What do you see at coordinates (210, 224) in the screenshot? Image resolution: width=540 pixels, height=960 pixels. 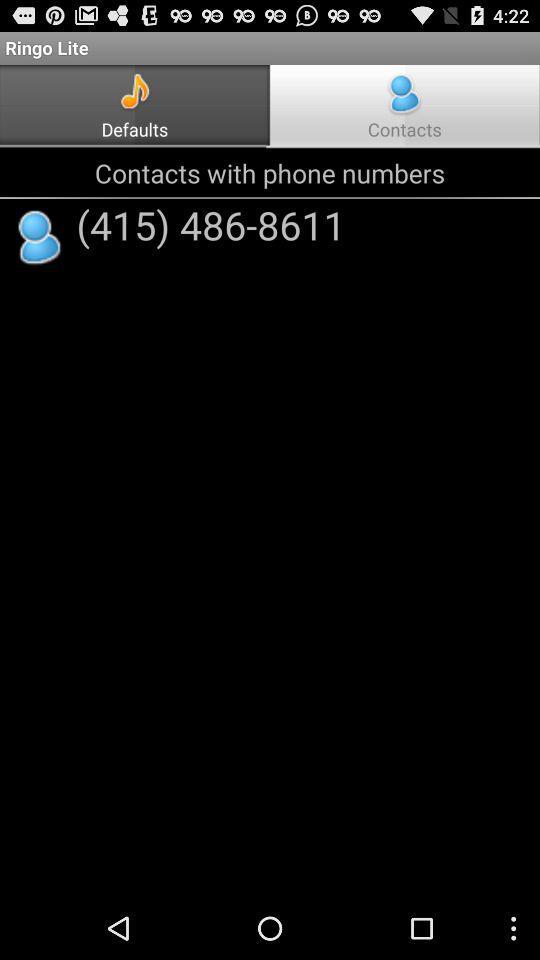 I see `(415) 486-8611 icon` at bounding box center [210, 224].